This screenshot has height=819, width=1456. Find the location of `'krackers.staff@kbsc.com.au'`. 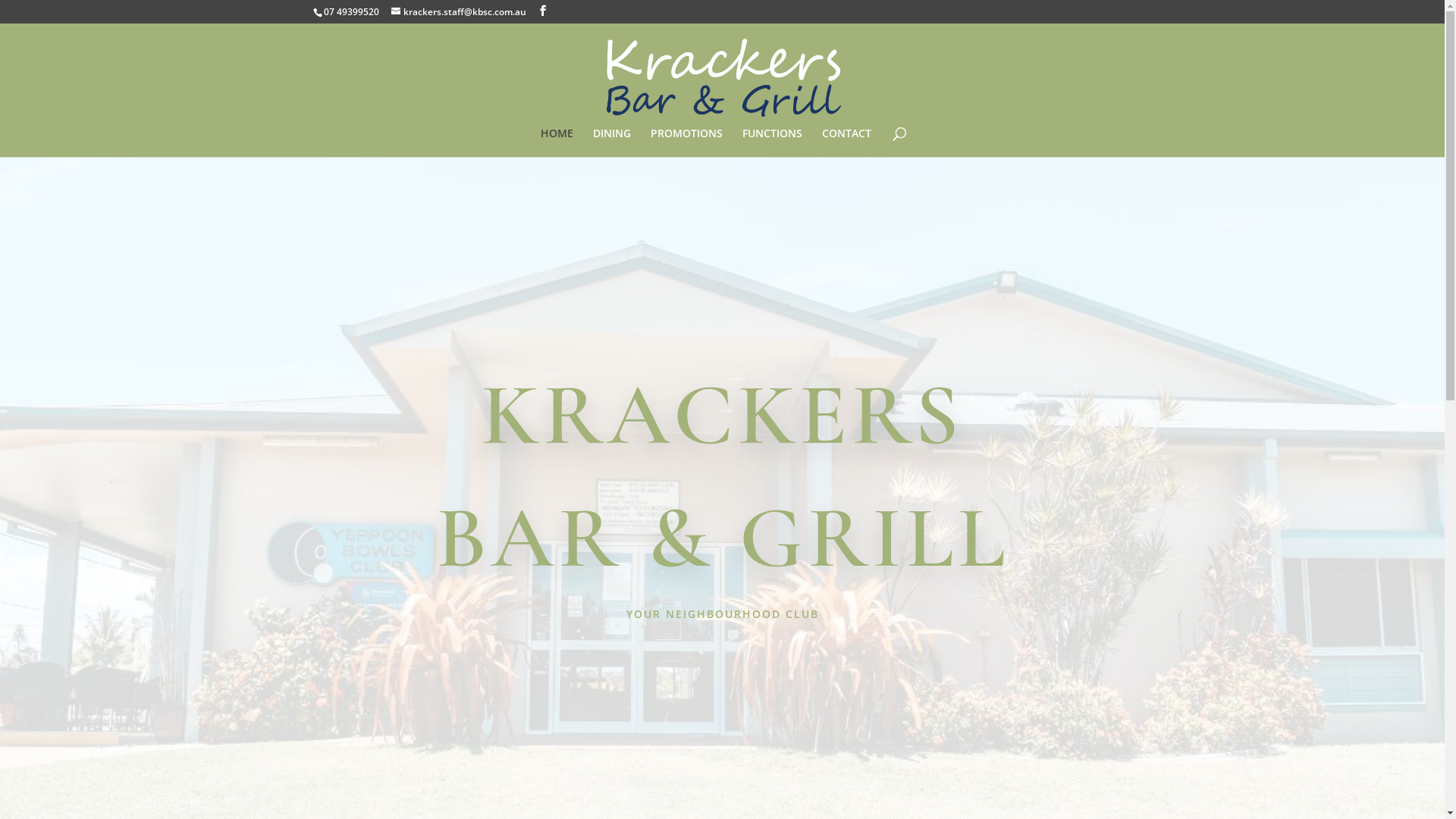

'krackers.staff@kbsc.com.au' is located at coordinates (457, 11).